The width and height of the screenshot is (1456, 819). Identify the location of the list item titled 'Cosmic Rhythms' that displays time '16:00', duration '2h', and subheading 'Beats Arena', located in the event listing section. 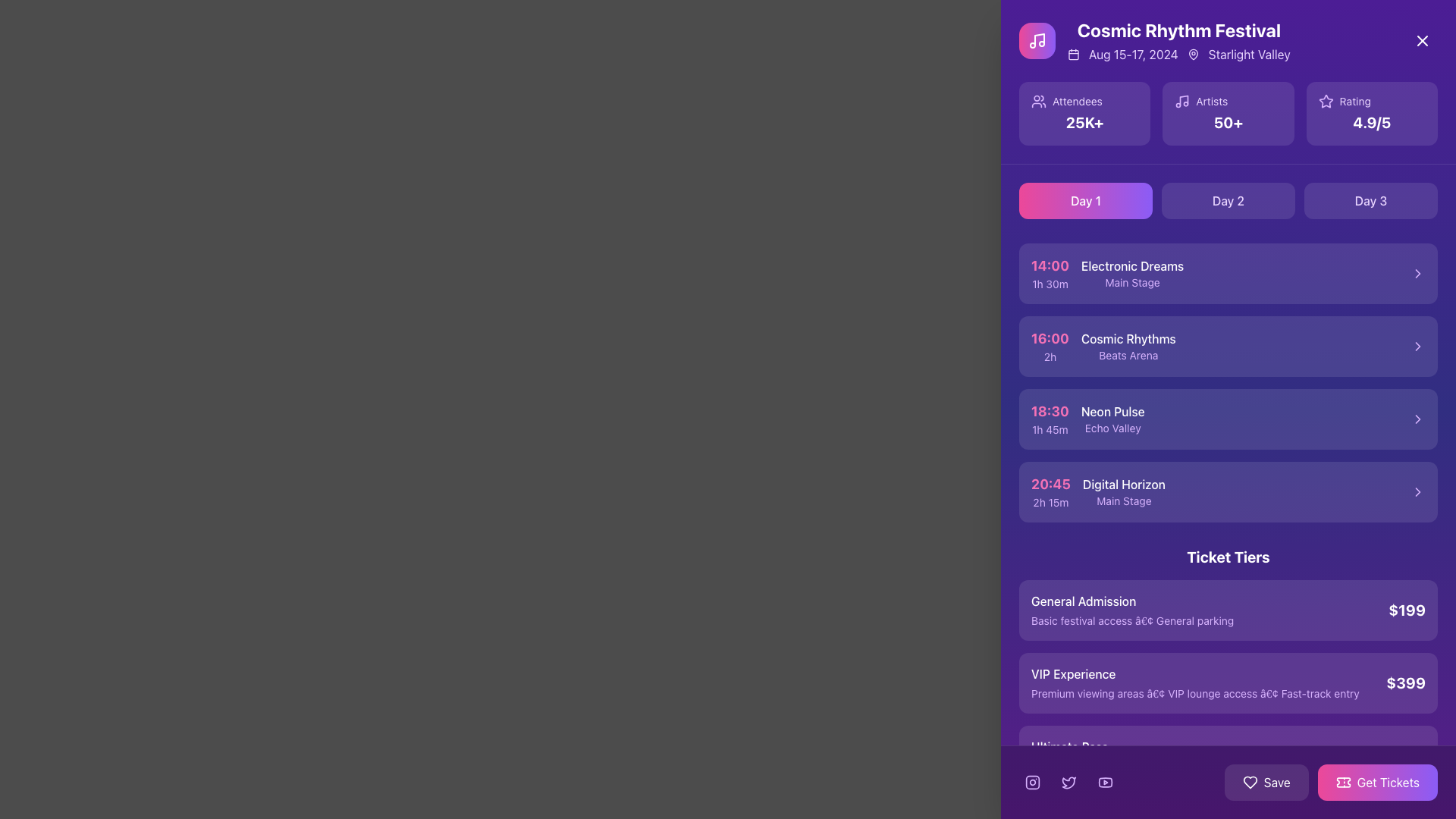
(1228, 346).